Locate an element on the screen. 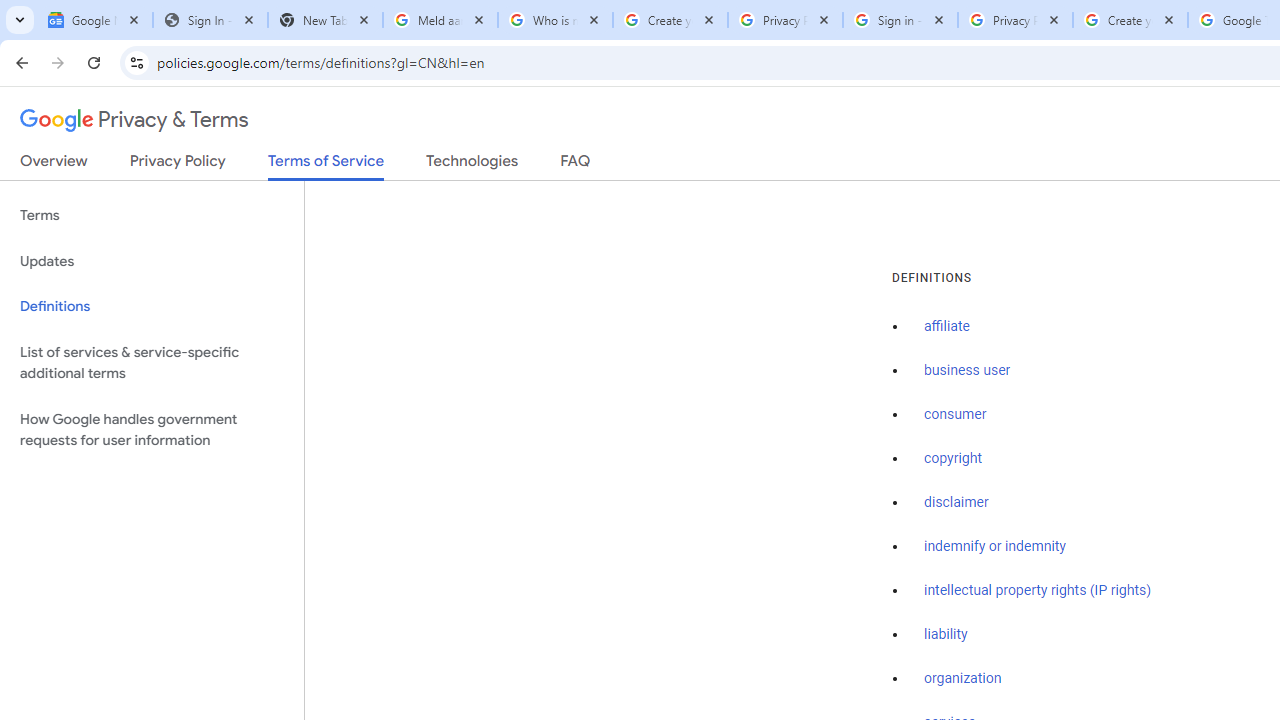 This screenshot has height=720, width=1280. 'Sign in - Google Accounts' is located at coordinates (899, 20).